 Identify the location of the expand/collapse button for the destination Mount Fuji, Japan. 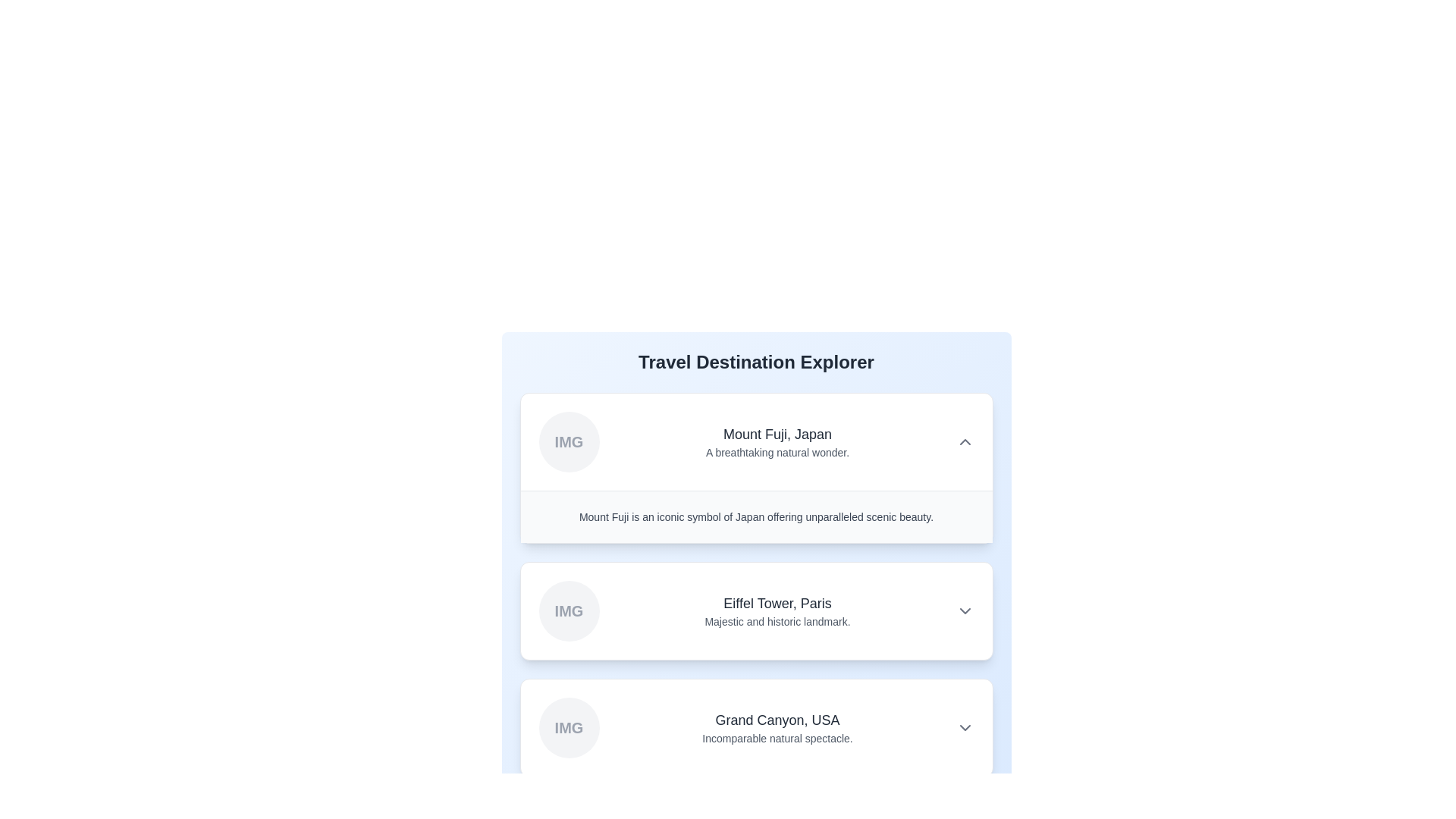
(964, 441).